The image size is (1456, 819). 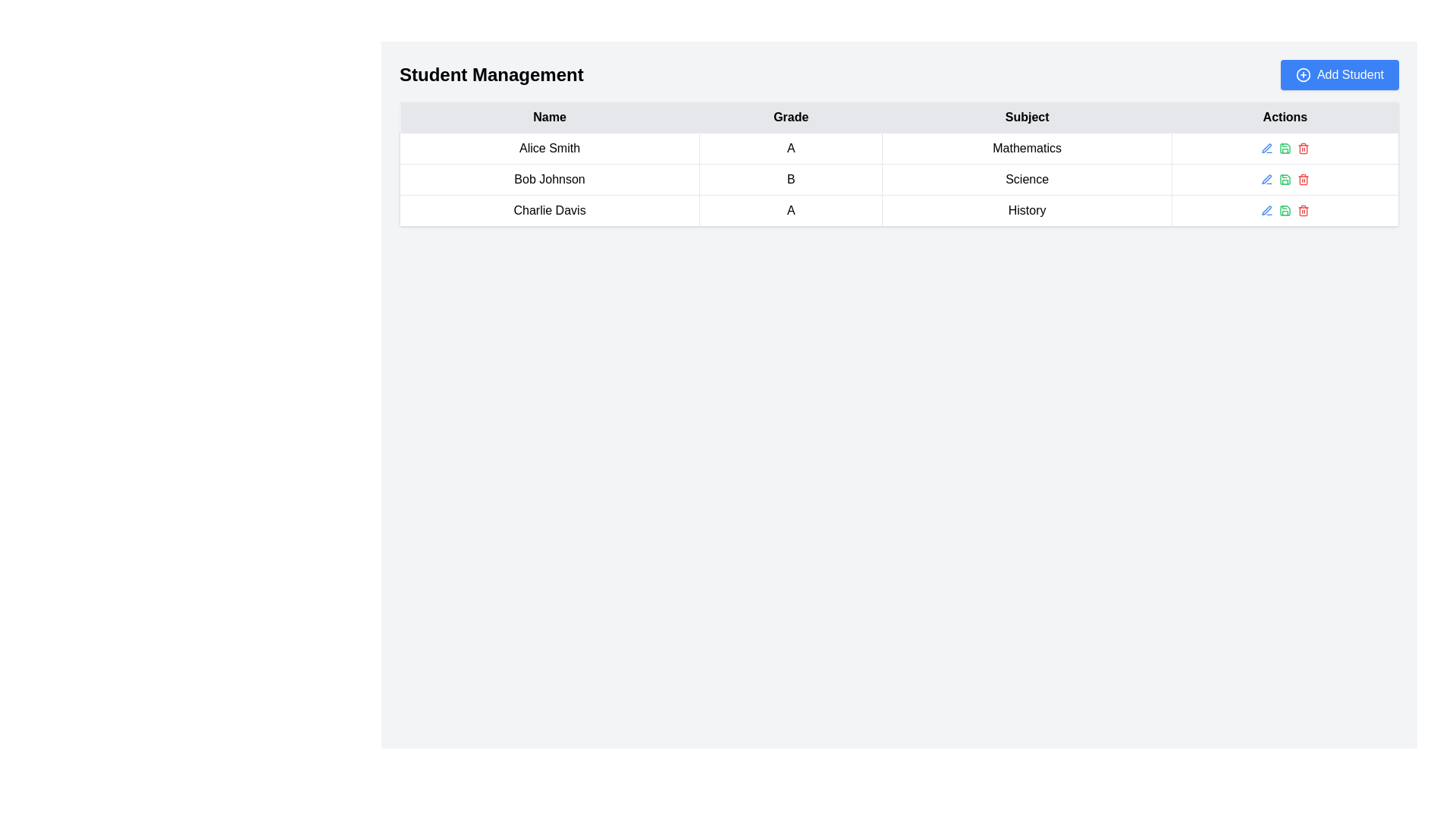 What do you see at coordinates (1026, 178) in the screenshot?
I see `the table cell displaying the subject 'Science' for student Bob Johnson, located in the third cell of the 'Subject' column in the second row` at bounding box center [1026, 178].